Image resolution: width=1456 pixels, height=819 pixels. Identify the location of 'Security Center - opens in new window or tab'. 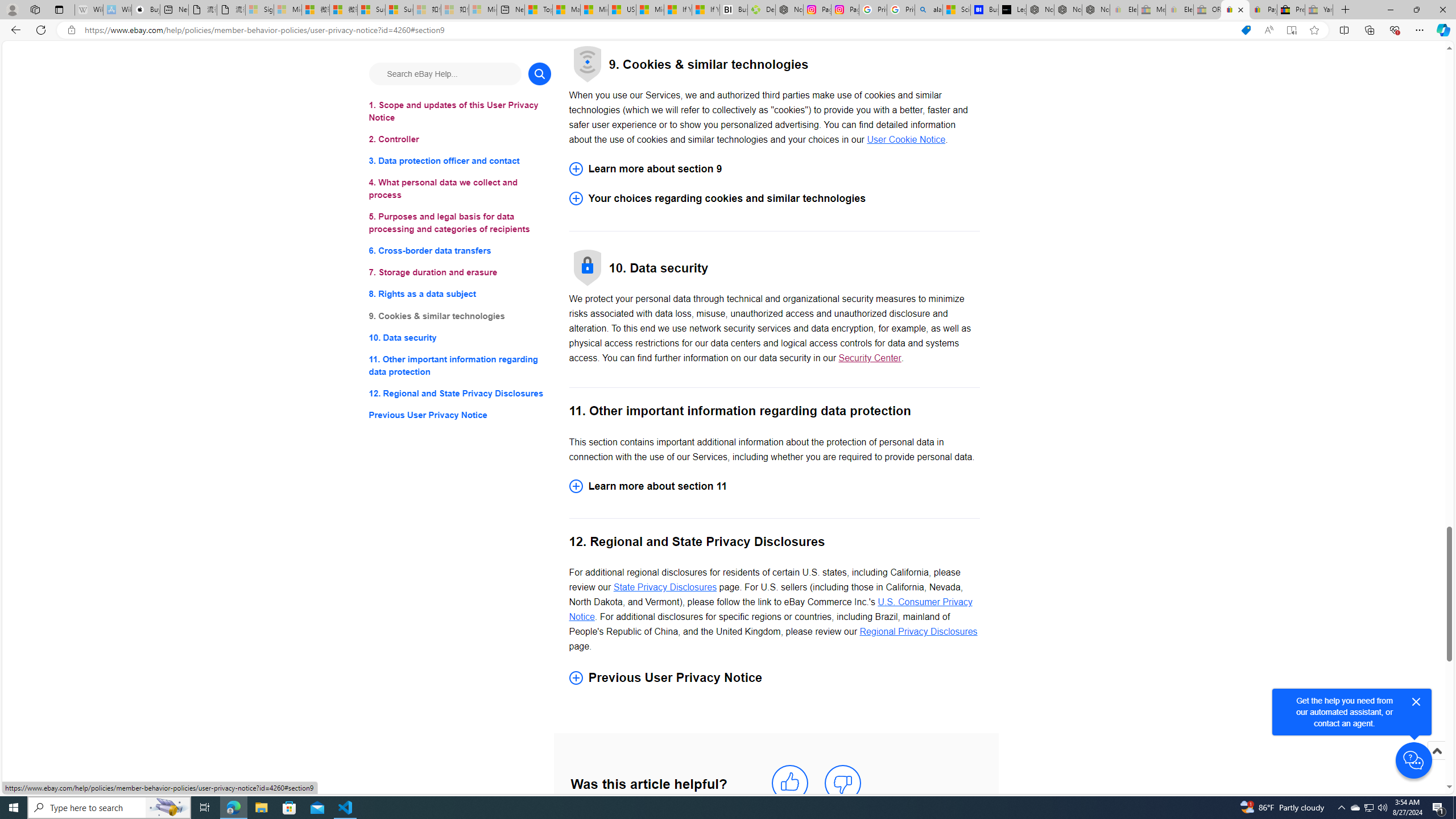
(869, 358).